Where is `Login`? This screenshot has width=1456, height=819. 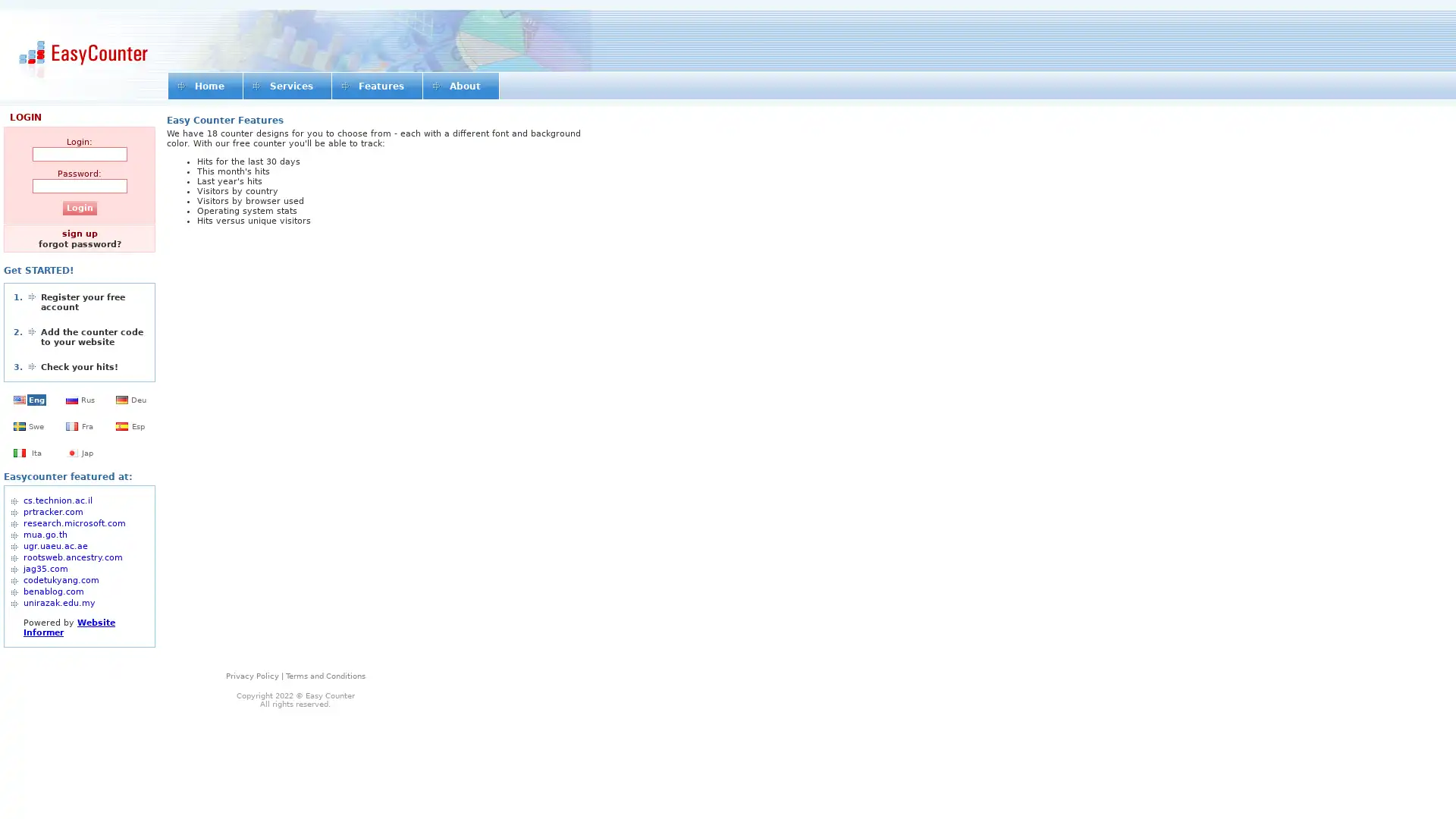 Login is located at coordinates (78, 208).